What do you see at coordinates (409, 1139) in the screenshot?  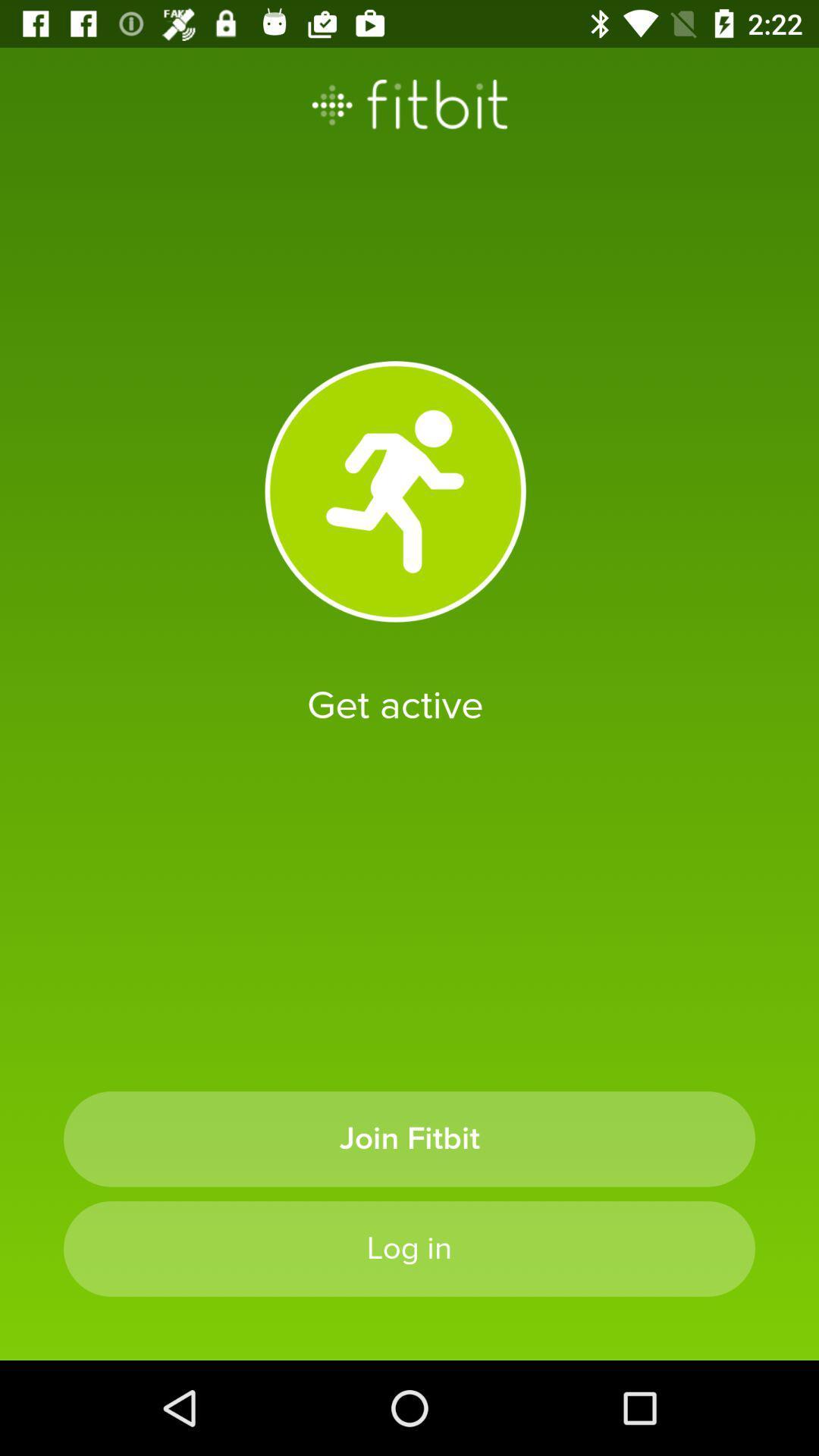 I see `join fitbit` at bounding box center [409, 1139].